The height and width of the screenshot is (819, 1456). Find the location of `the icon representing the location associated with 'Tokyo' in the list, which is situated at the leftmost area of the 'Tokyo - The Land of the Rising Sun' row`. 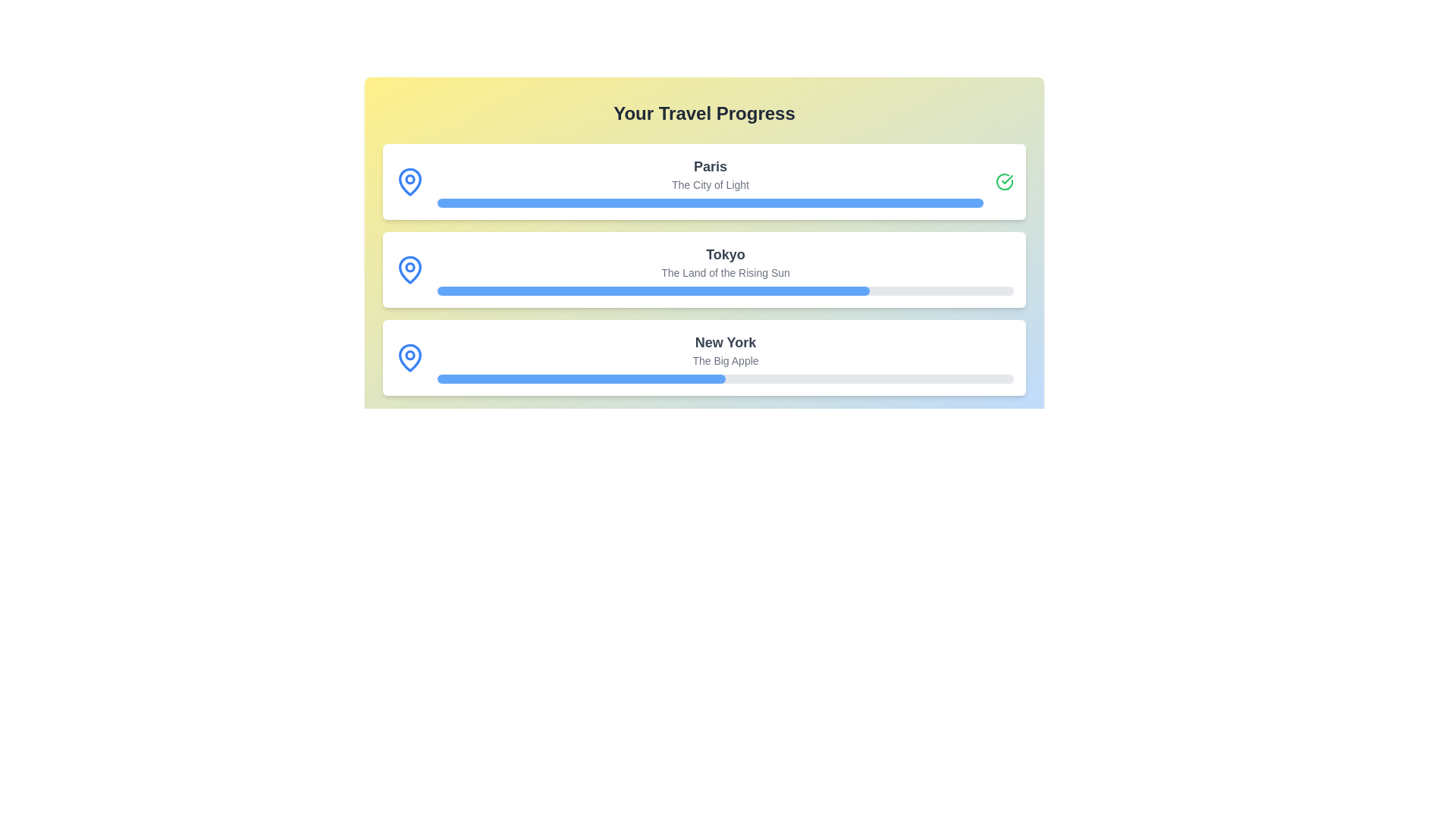

the icon representing the location associated with 'Tokyo' in the list, which is situated at the leftmost area of the 'Tokyo - The Land of the Rising Sun' row is located at coordinates (410, 268).